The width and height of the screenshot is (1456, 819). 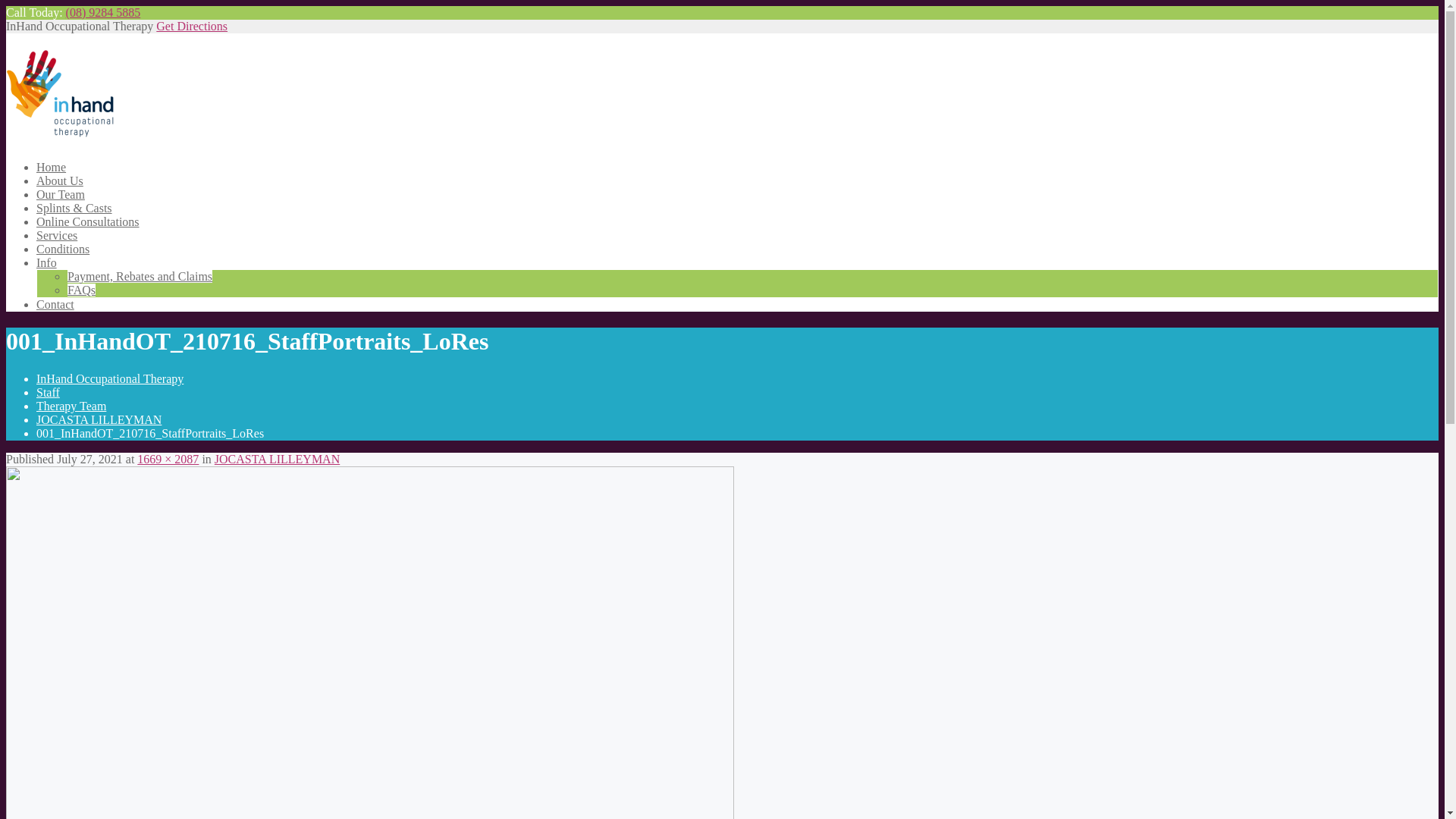 I want to click on 'About Us', so click(x=59, y=180).